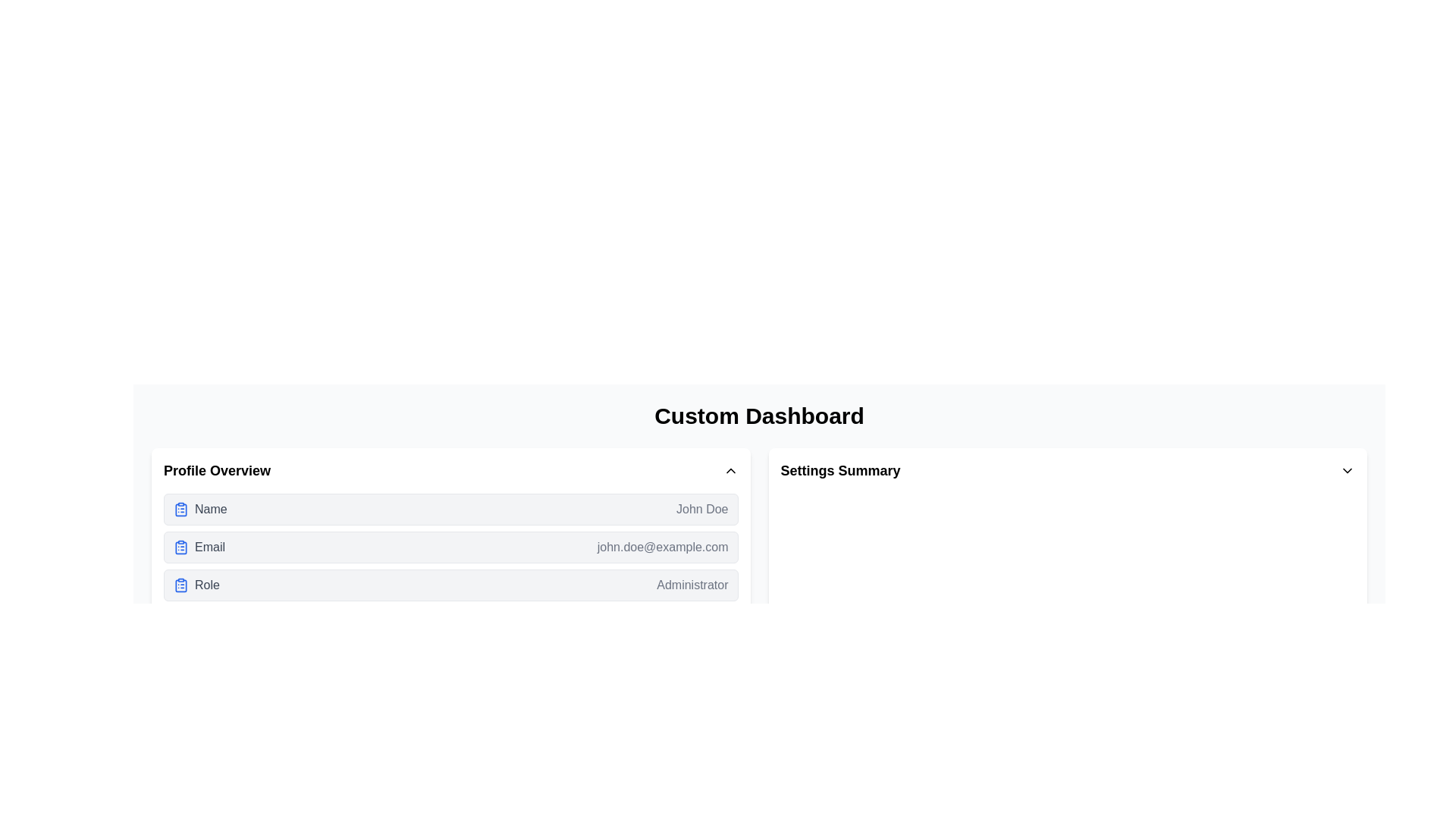 This screenshot has height=819, width=1456. What do you see at coordinates (206, 584) in the screenshot?
I see `the 'Role' text label, which is a medium-weight, gray font, located in the 'Profile Overview' section of the dashboard, specifically the third item below 'Name' and 'Email' labels` at bounding box center [206, 584].